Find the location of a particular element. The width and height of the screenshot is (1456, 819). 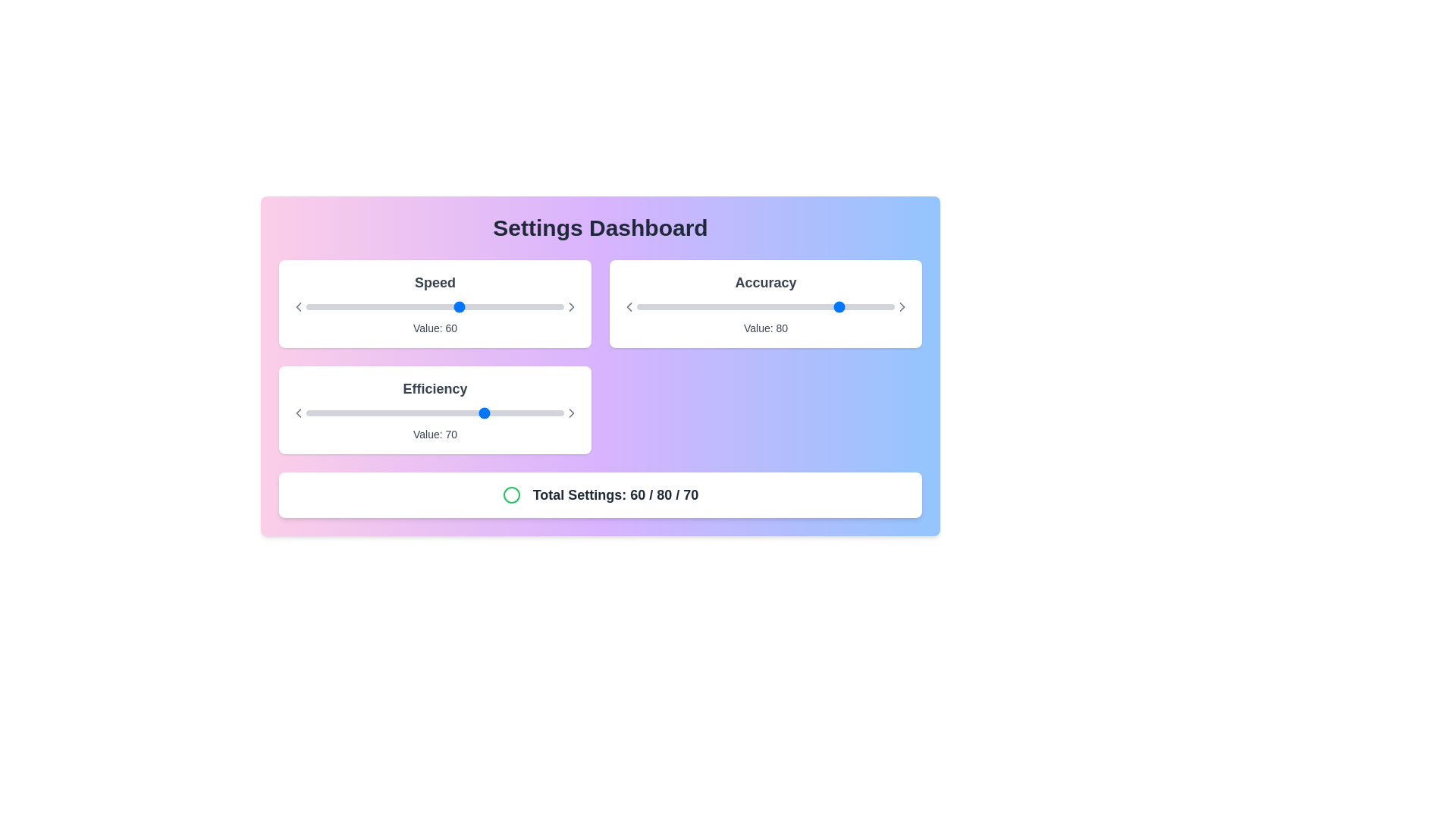

the slider used is located at coordinates (435, 413).